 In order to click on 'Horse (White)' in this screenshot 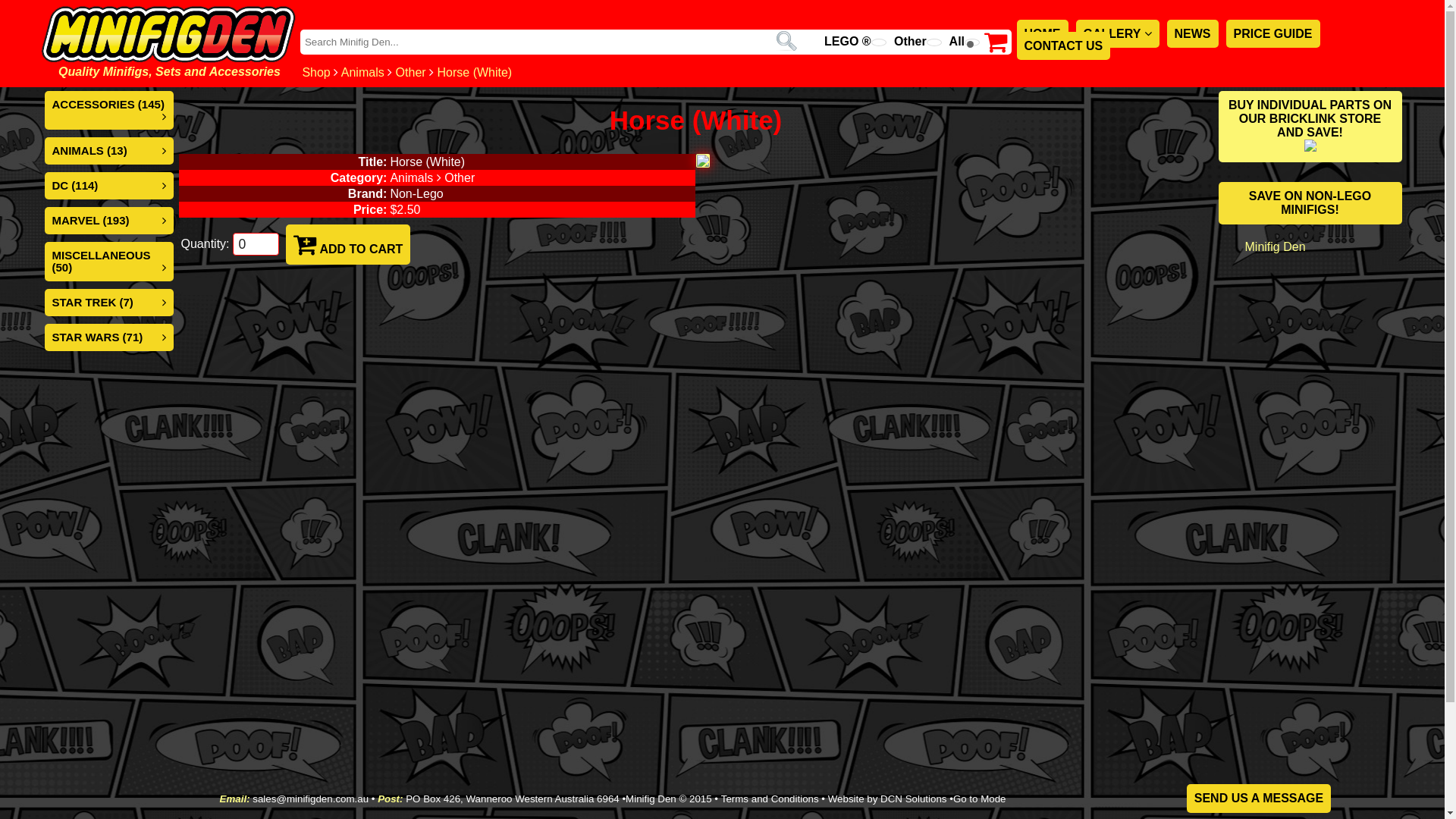, I will do `click(474, 72)`.